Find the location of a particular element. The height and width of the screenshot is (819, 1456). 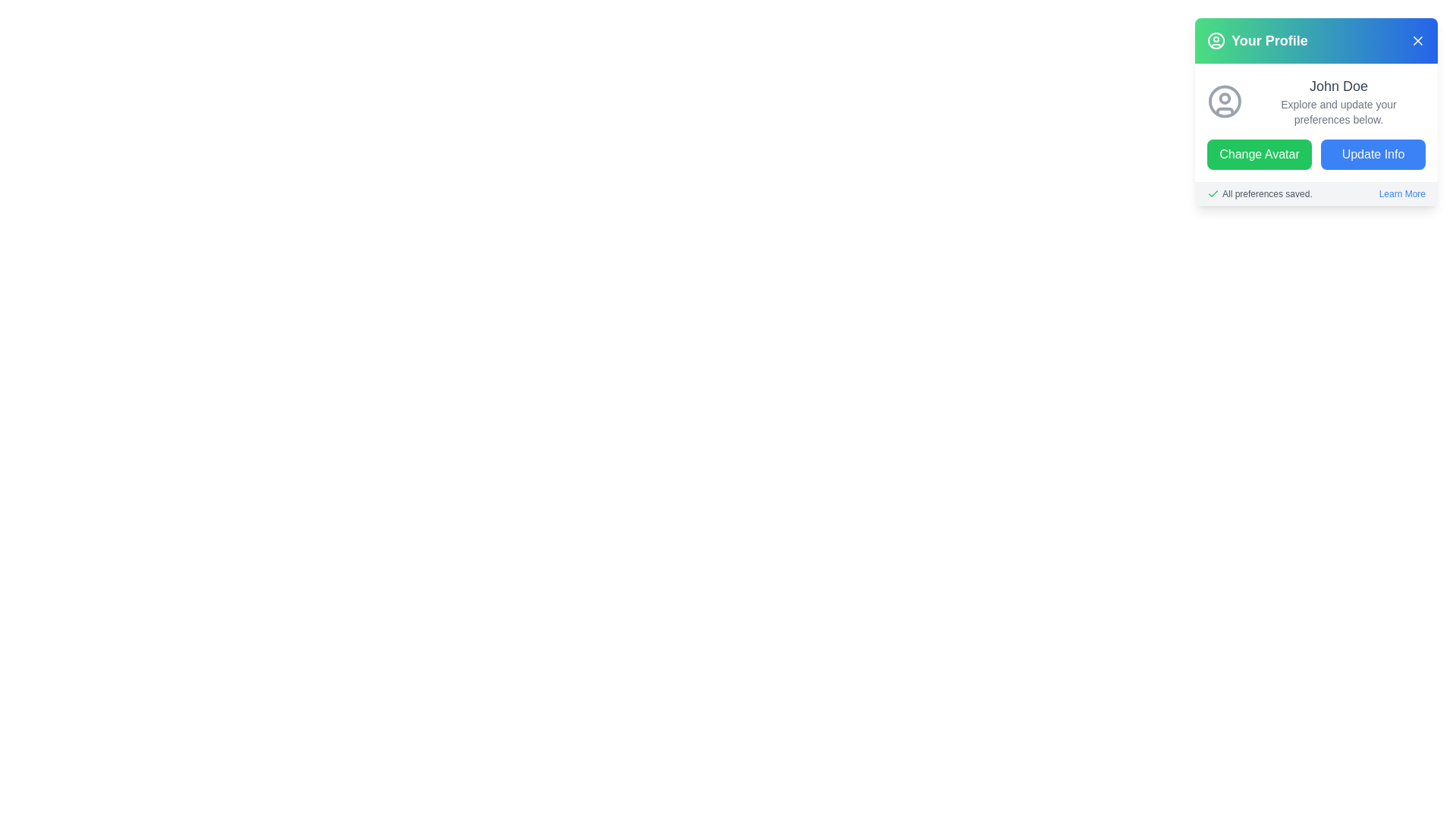

informational text block positioned directly below the heading 'John Doe', which provides guidance on updating profile preferences is located at coordinates (1338, 111).